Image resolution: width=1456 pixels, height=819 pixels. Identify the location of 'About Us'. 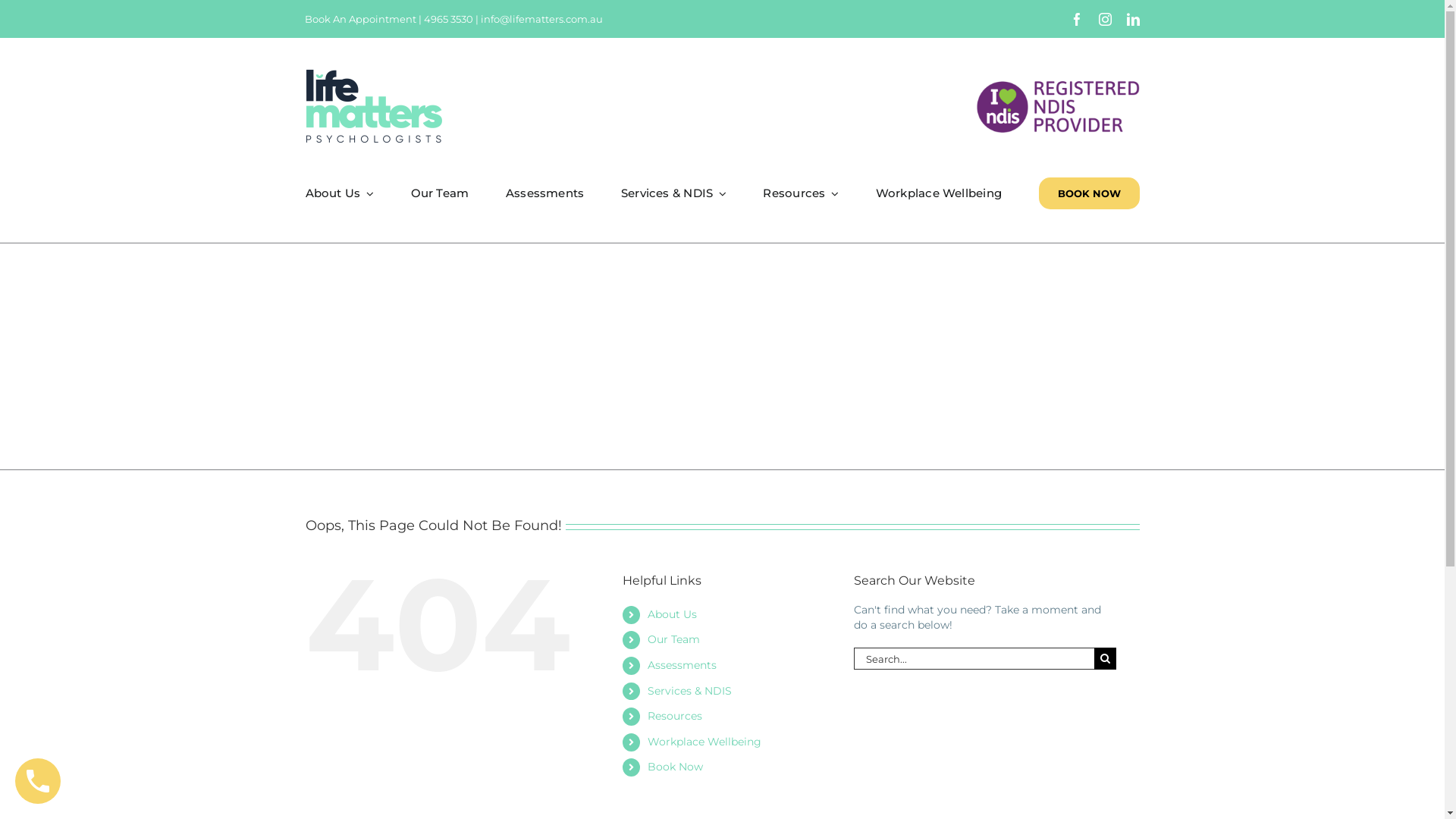
(671, 614).